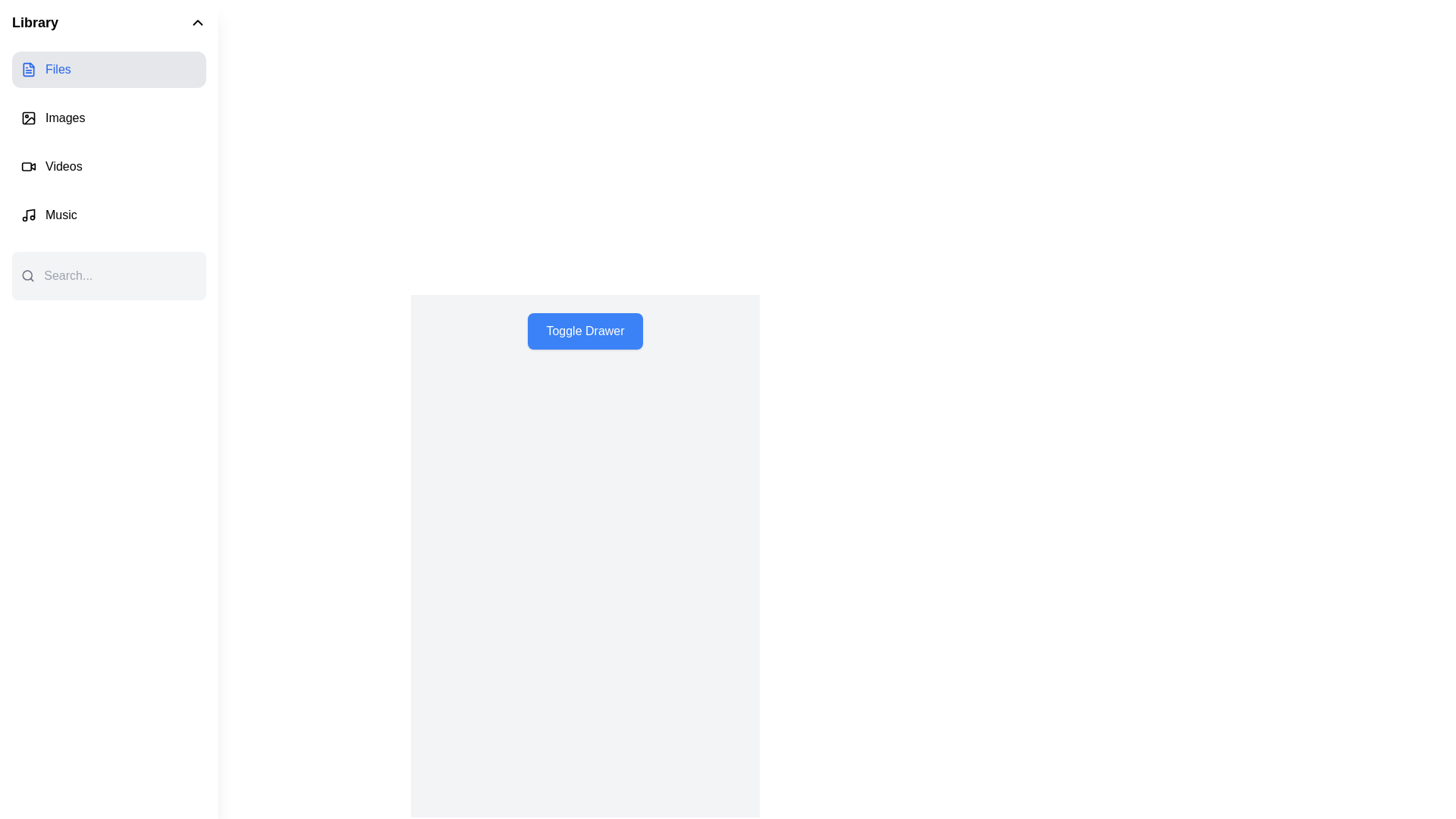  I want to click on the text label that reads 'Files', styled in blue on a light gray background, located in the left sidebar under the 'Library' heading, so click(58, 70).